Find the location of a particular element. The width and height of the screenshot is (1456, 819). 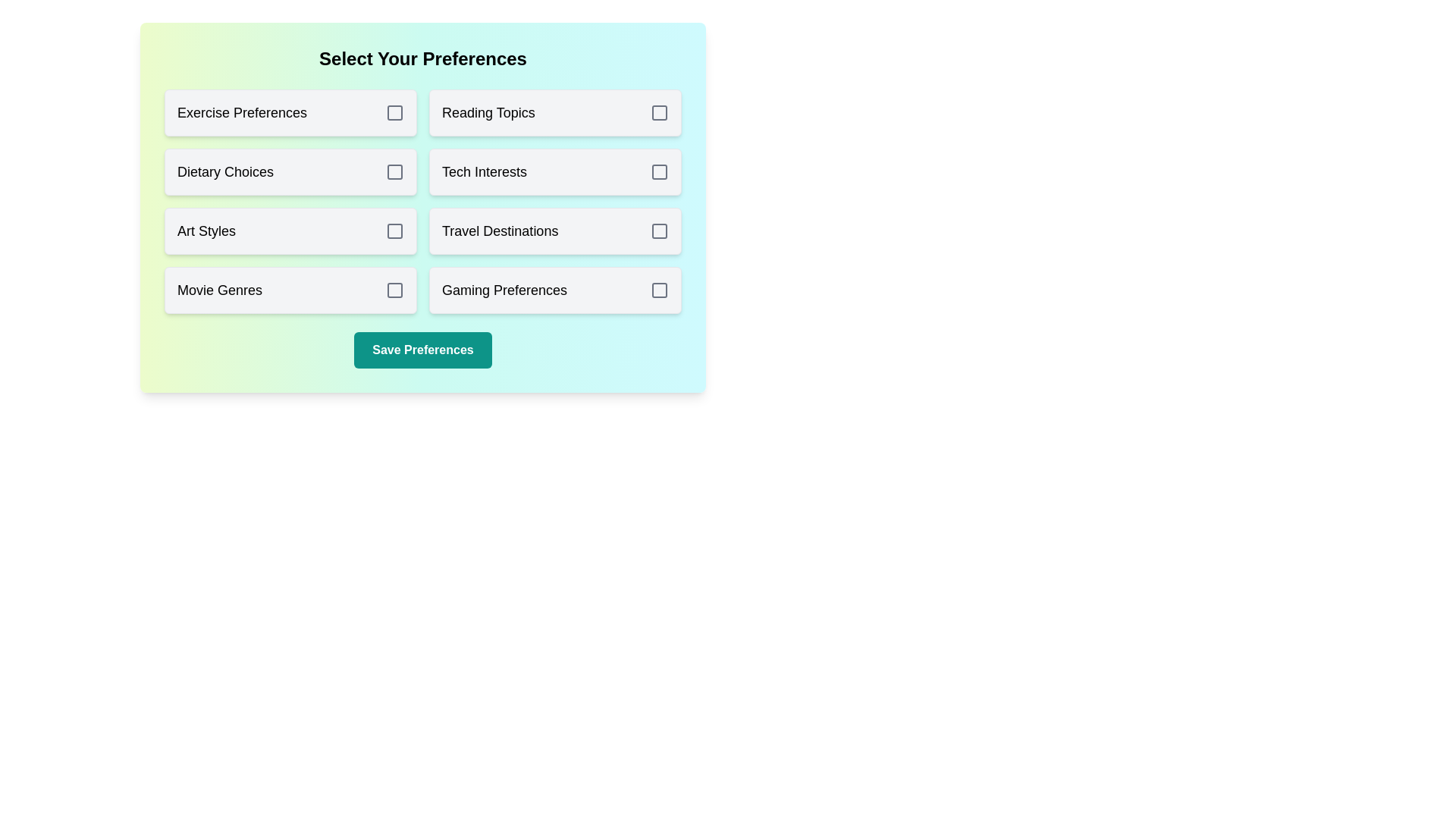

the option Exercise Preferences to observe its hover effect is located at coordinates (290, 112).